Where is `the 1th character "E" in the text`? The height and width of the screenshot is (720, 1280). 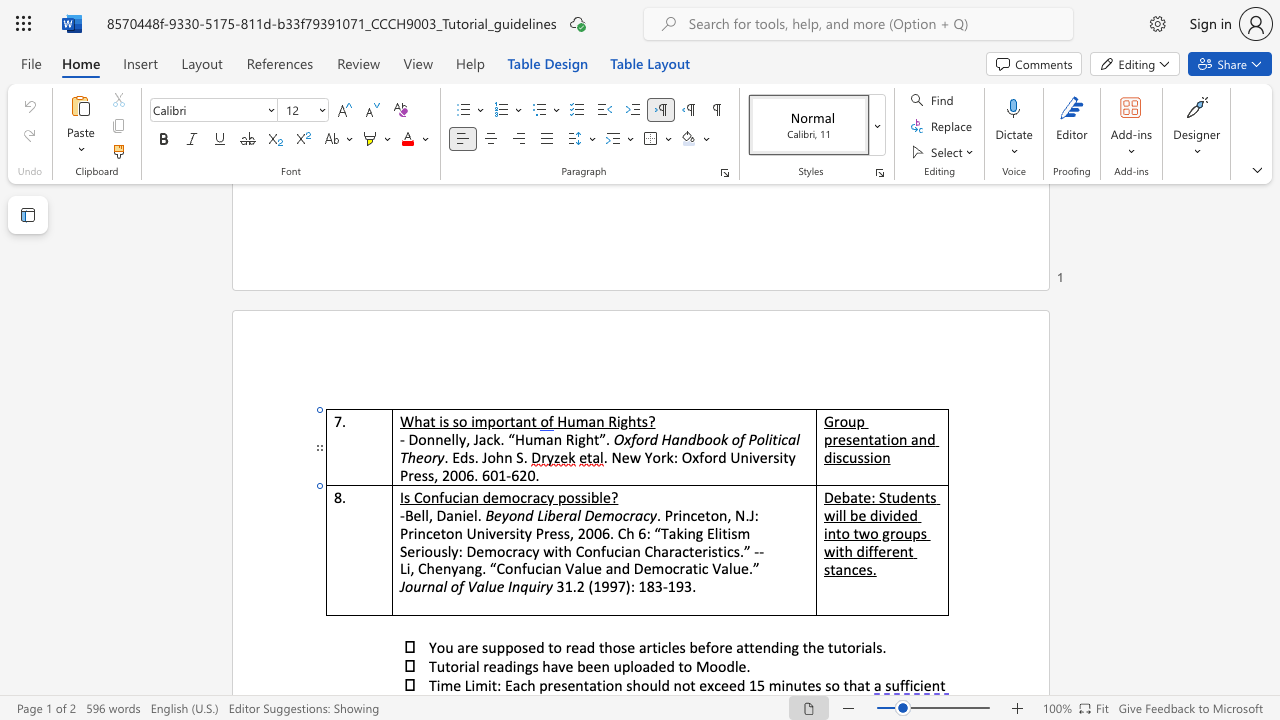 the 1th character "E" in the text is located at coordinates (455, 457).